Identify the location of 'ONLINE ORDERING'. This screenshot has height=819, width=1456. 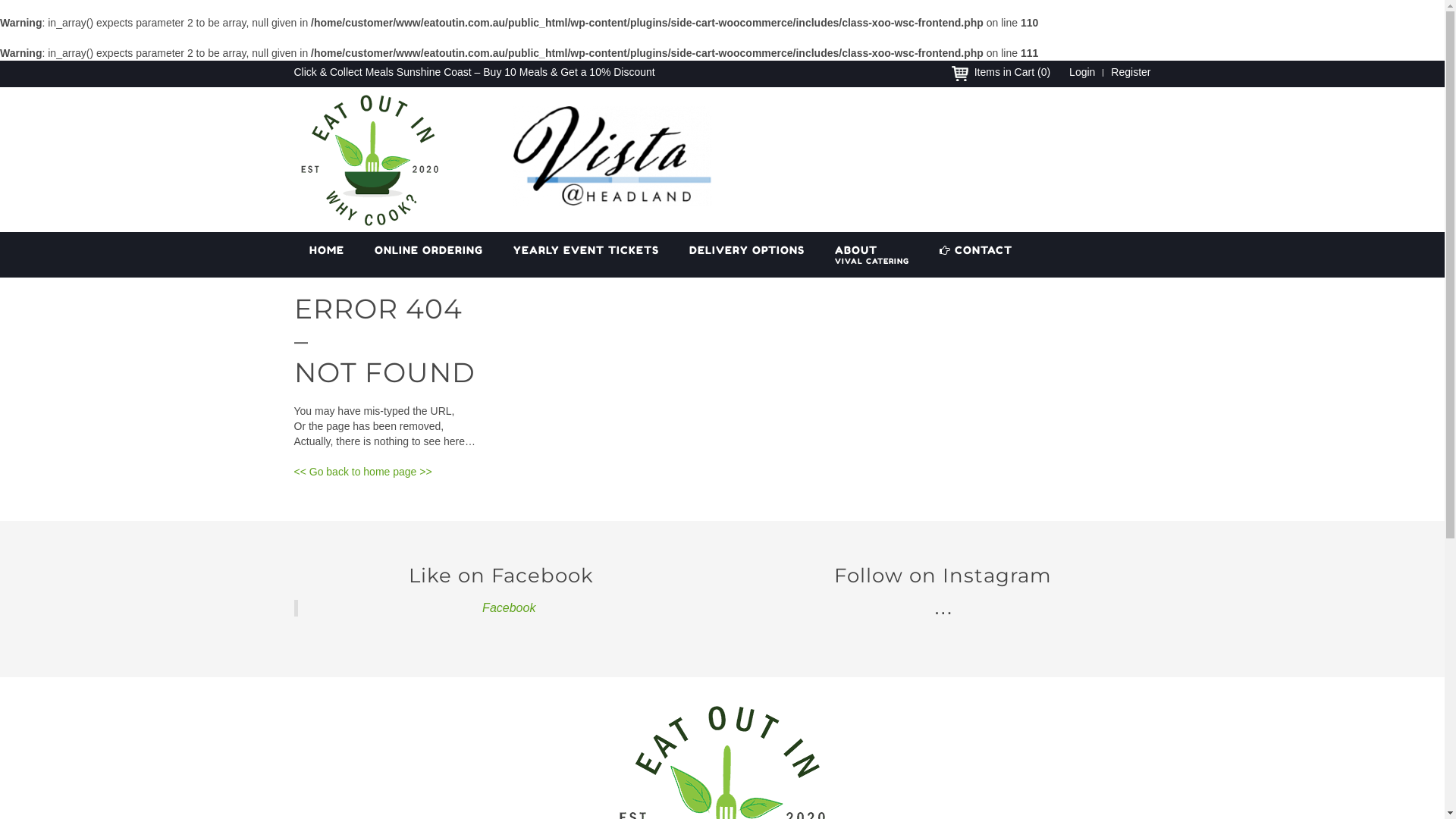
(428, 253).